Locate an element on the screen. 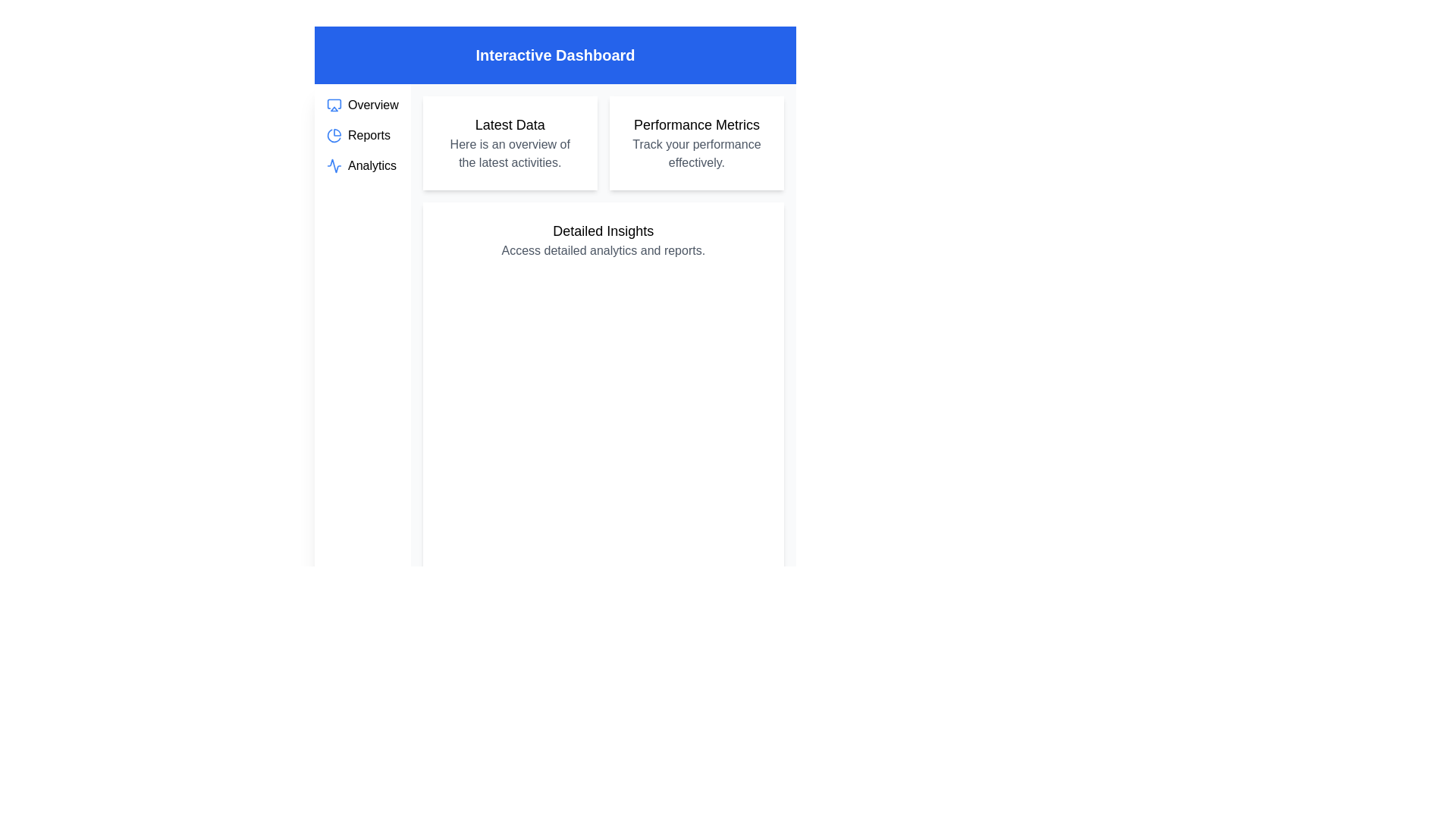  the bold text 'Interactive Dashboard' centered in the blue background banner at the top of the interface is located at coordinates (554, 55).